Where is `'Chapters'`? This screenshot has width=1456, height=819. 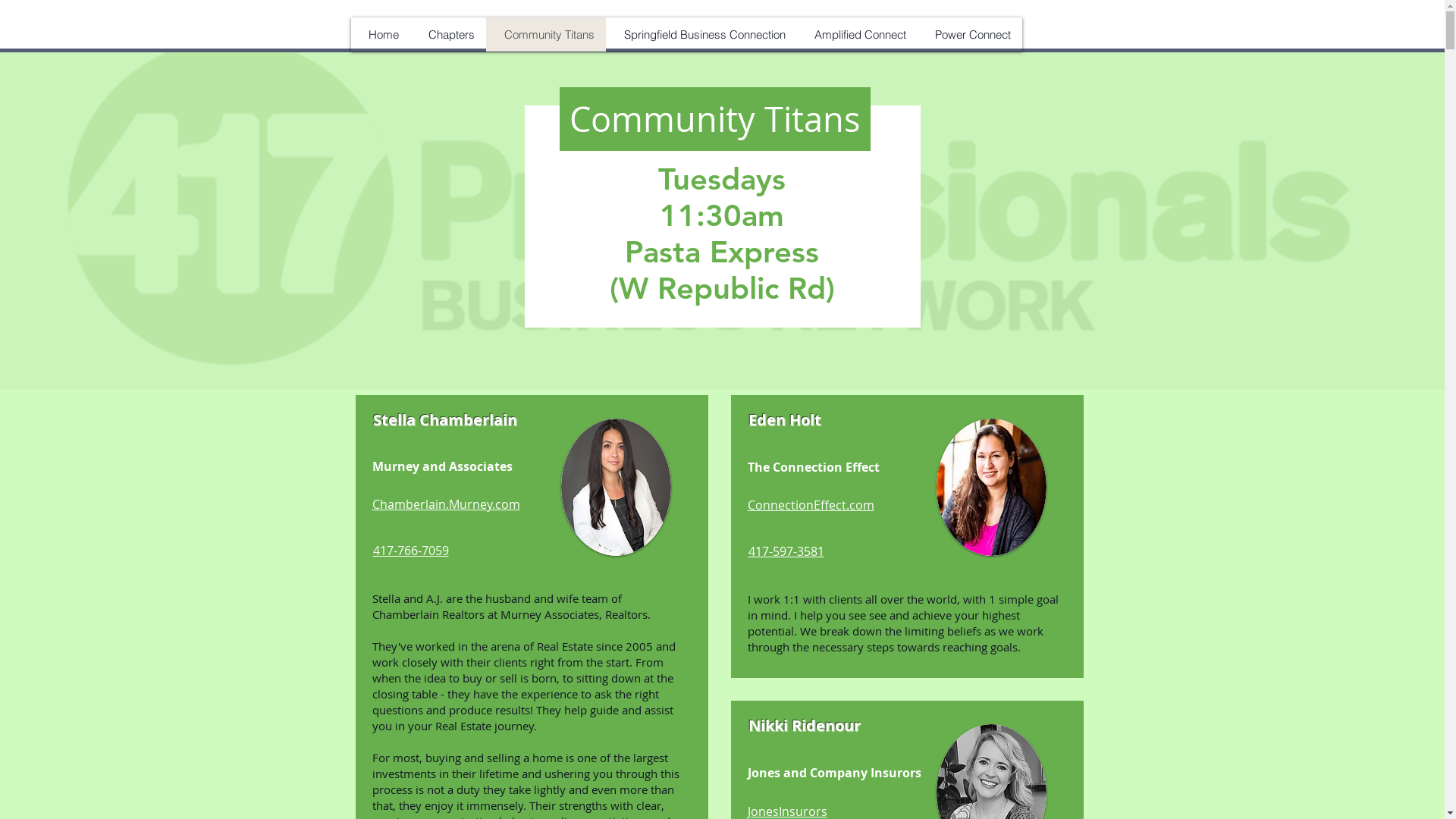
'Chapters' is located at coordinates (447, 34).